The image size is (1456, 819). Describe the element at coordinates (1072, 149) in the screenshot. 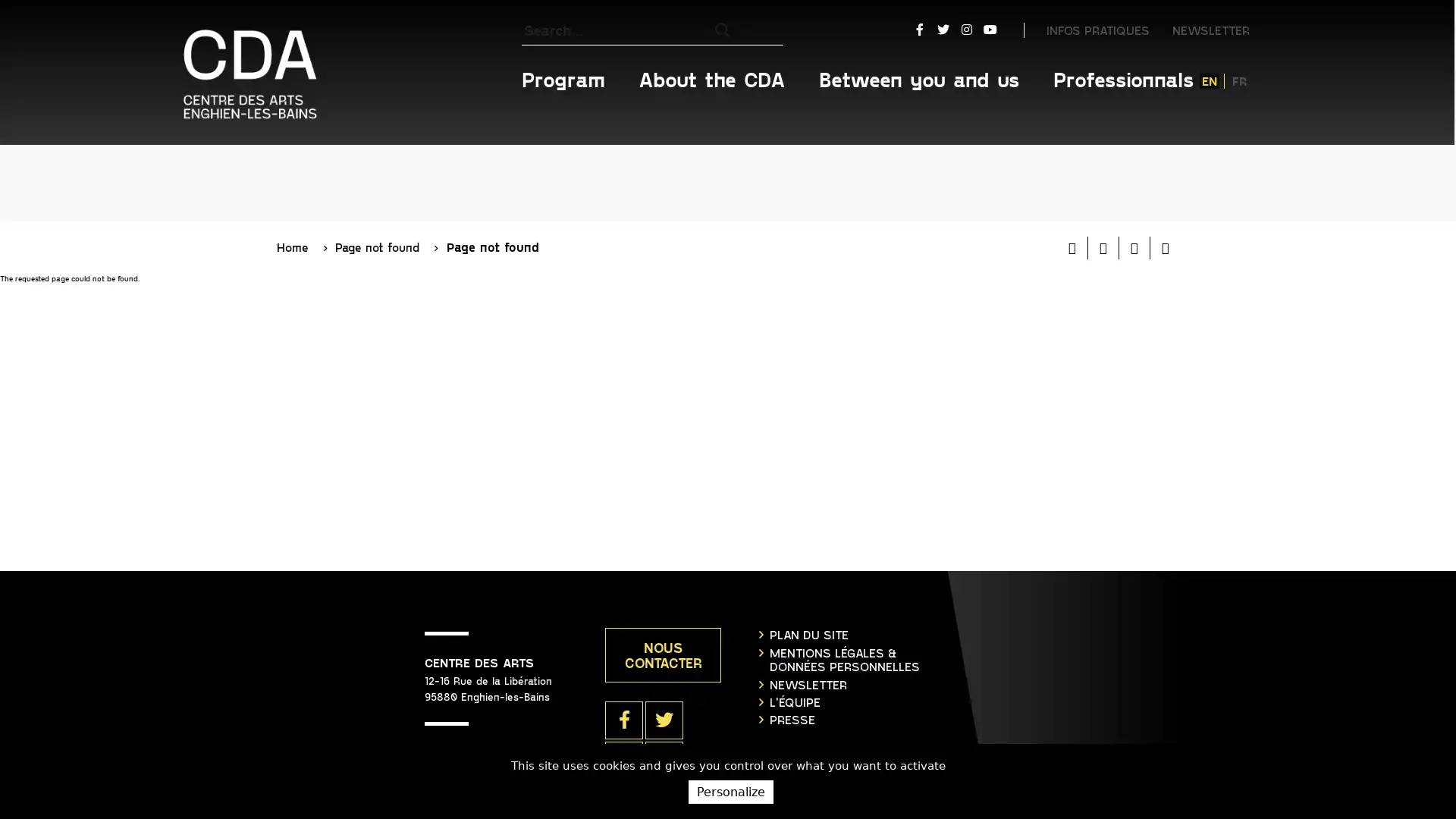

I see `Print this page` at that location.